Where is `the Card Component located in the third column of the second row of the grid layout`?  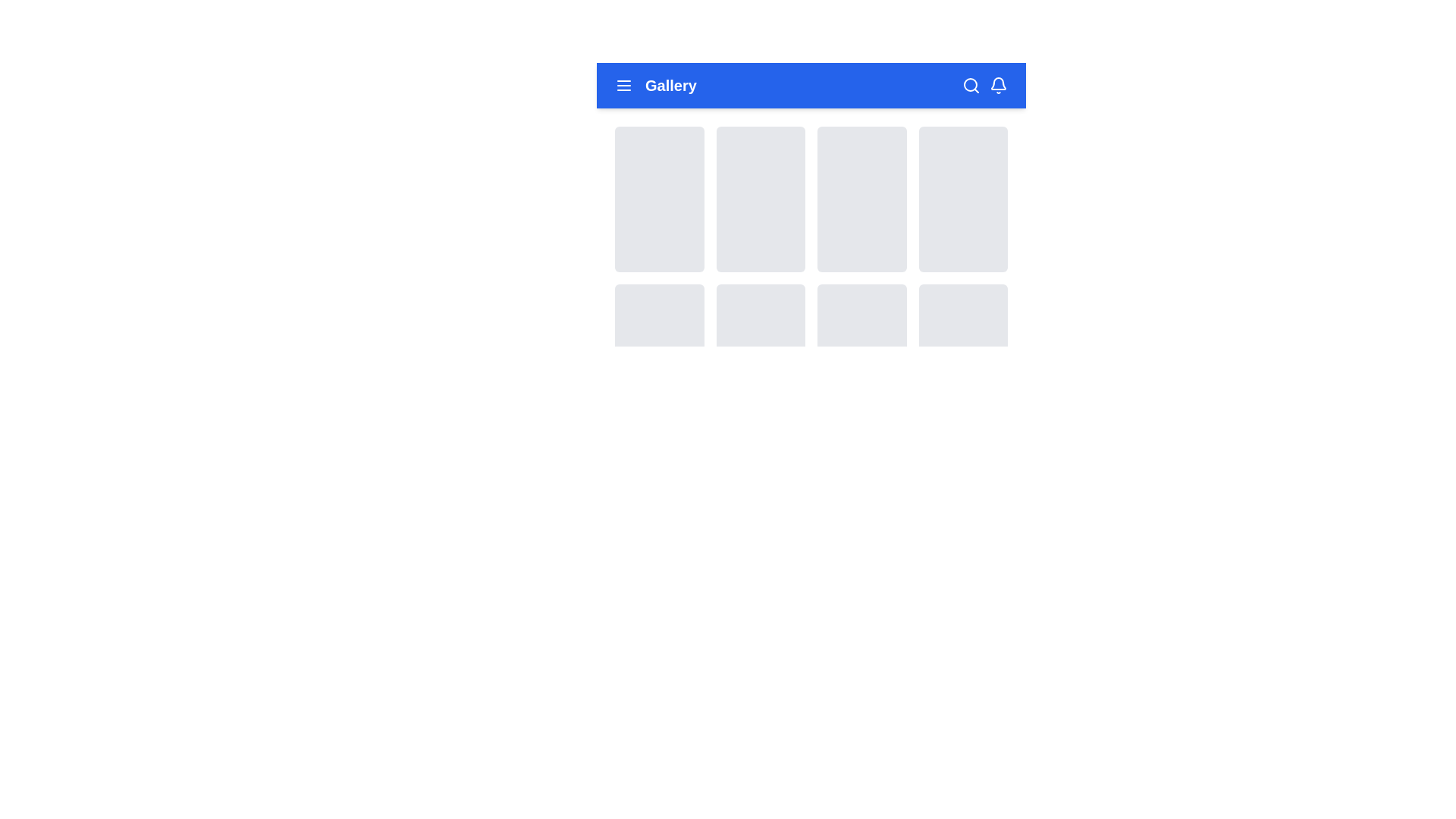 the Card Component located in the third column of the second row of the grid layout is located at coordinates (861, 356).